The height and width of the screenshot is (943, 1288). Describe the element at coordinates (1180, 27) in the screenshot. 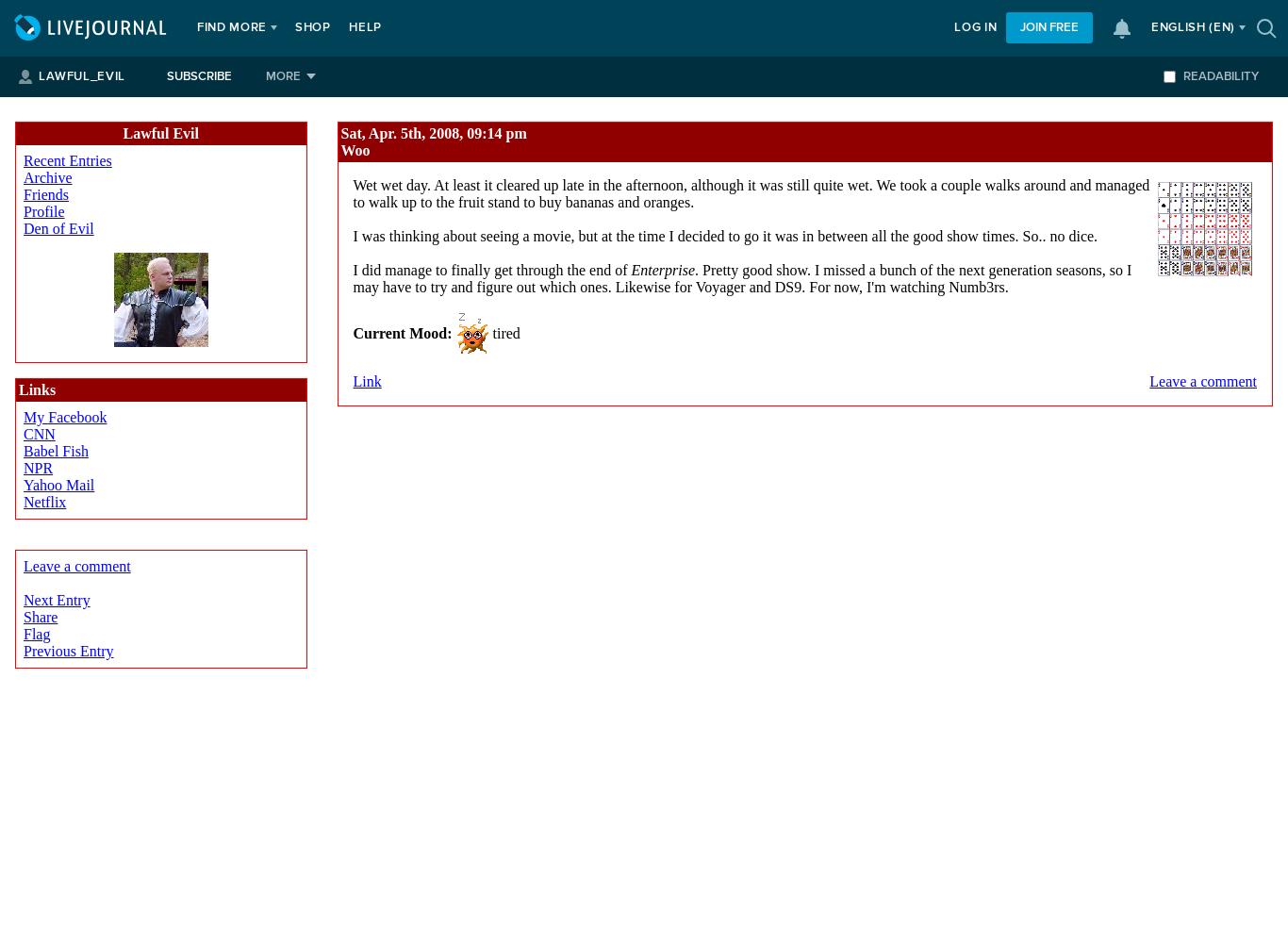

I see `'English'` at that location.